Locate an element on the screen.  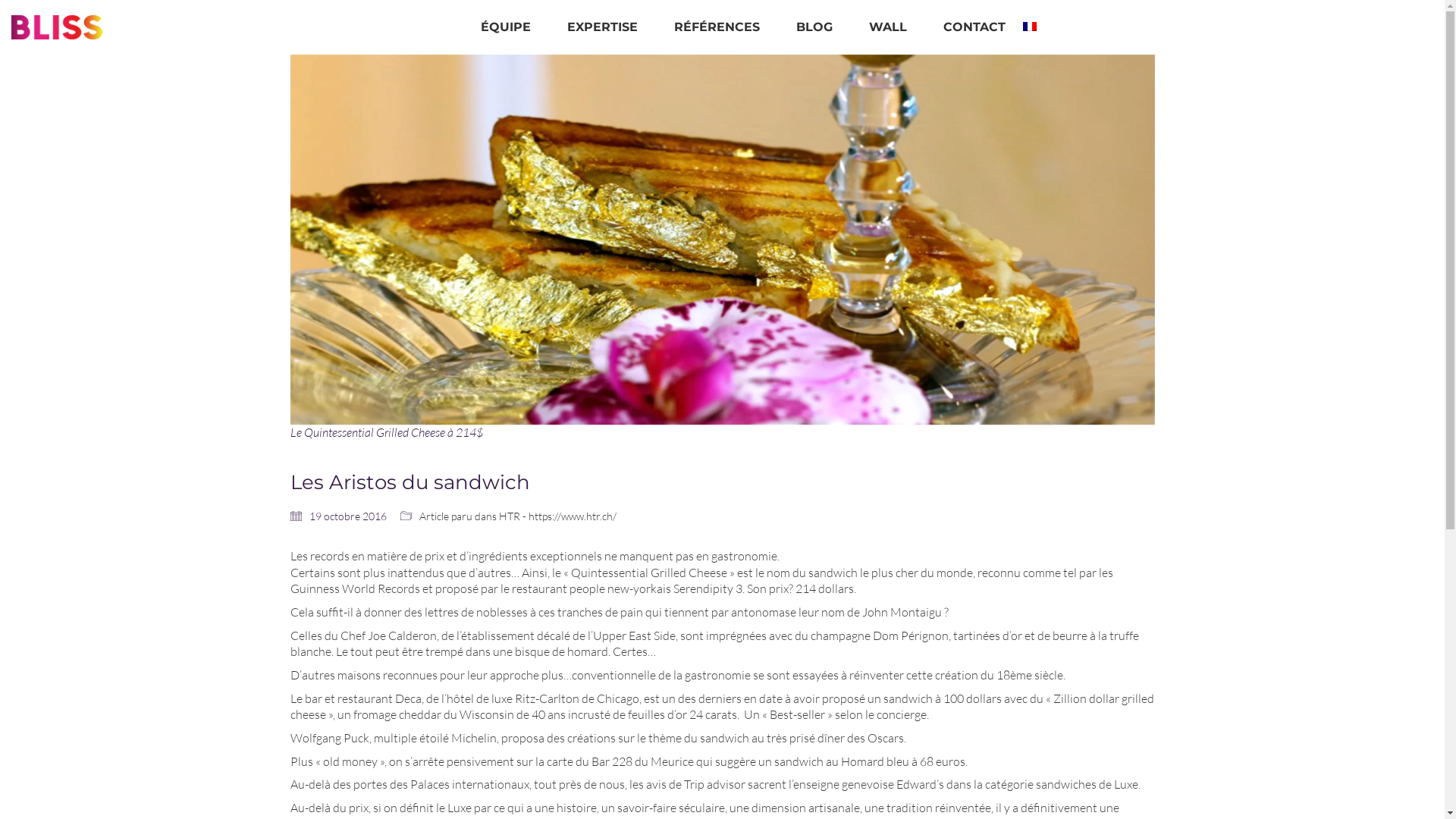
'EXPERTISE' is located at coordinates (566, 27).